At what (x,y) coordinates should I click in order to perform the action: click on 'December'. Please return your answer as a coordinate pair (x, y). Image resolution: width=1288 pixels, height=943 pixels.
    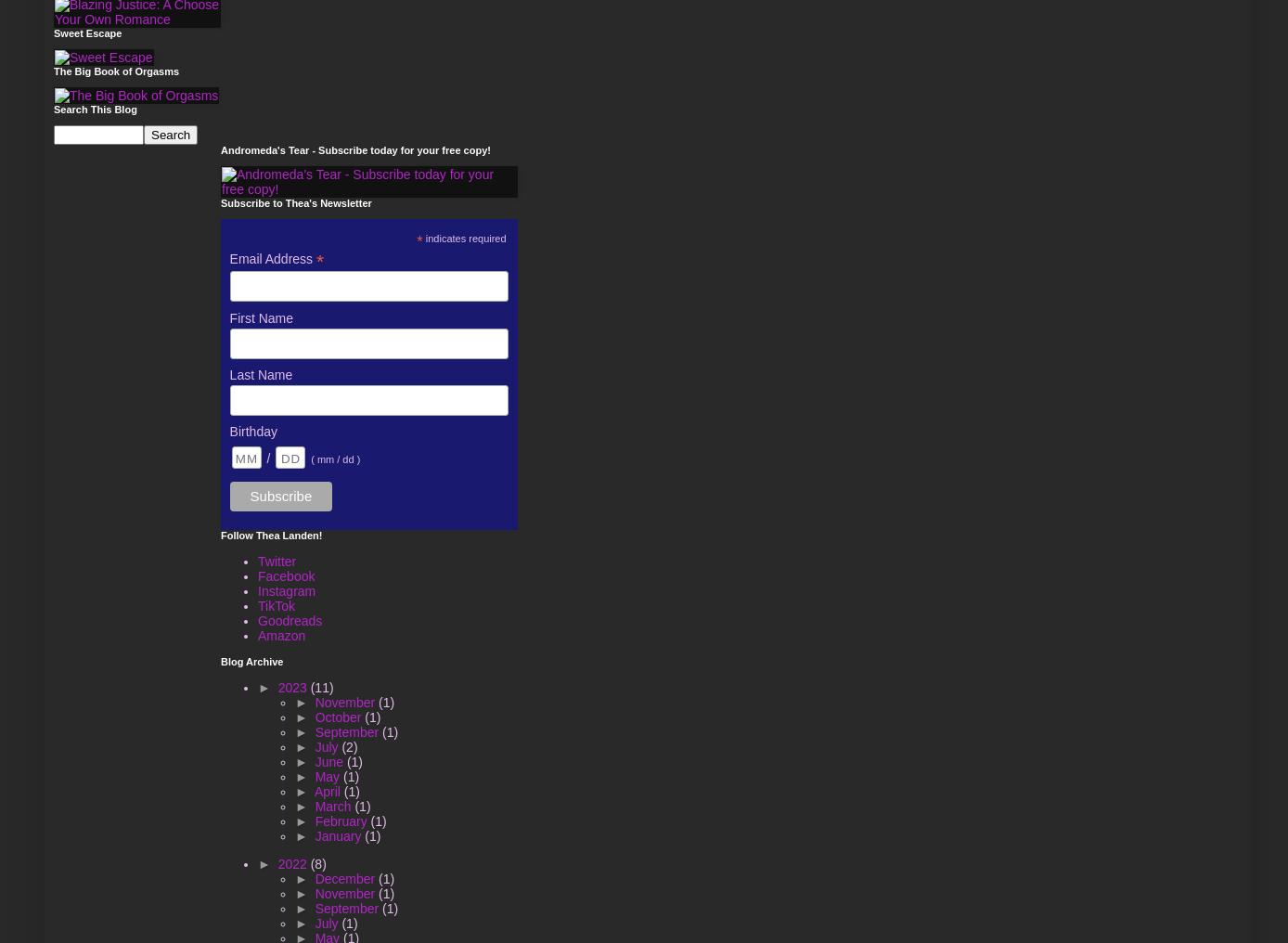
    Looking at the image, I should click on (346, 878).